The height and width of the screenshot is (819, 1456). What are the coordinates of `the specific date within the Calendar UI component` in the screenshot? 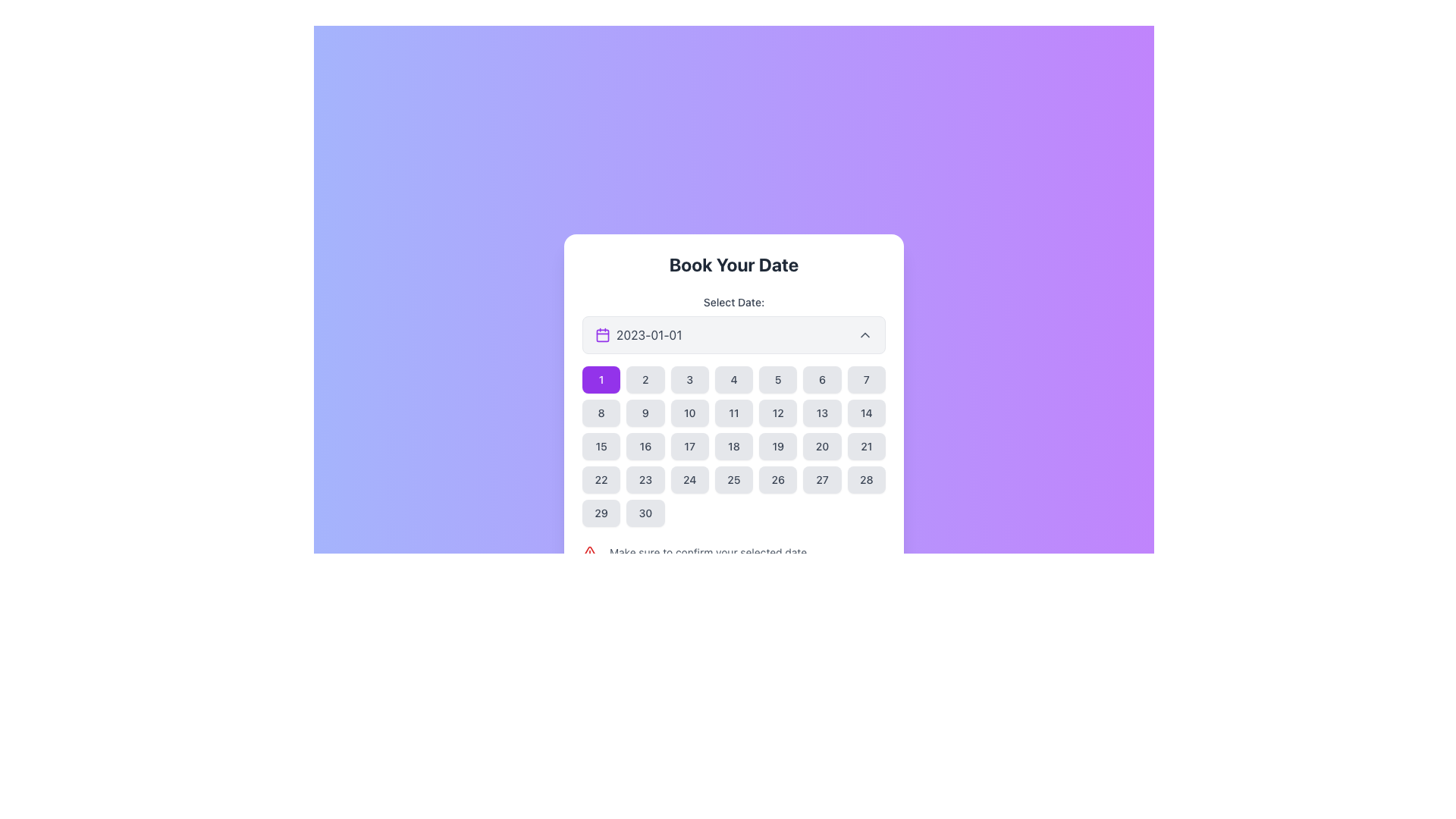 It's located at (734, 435).